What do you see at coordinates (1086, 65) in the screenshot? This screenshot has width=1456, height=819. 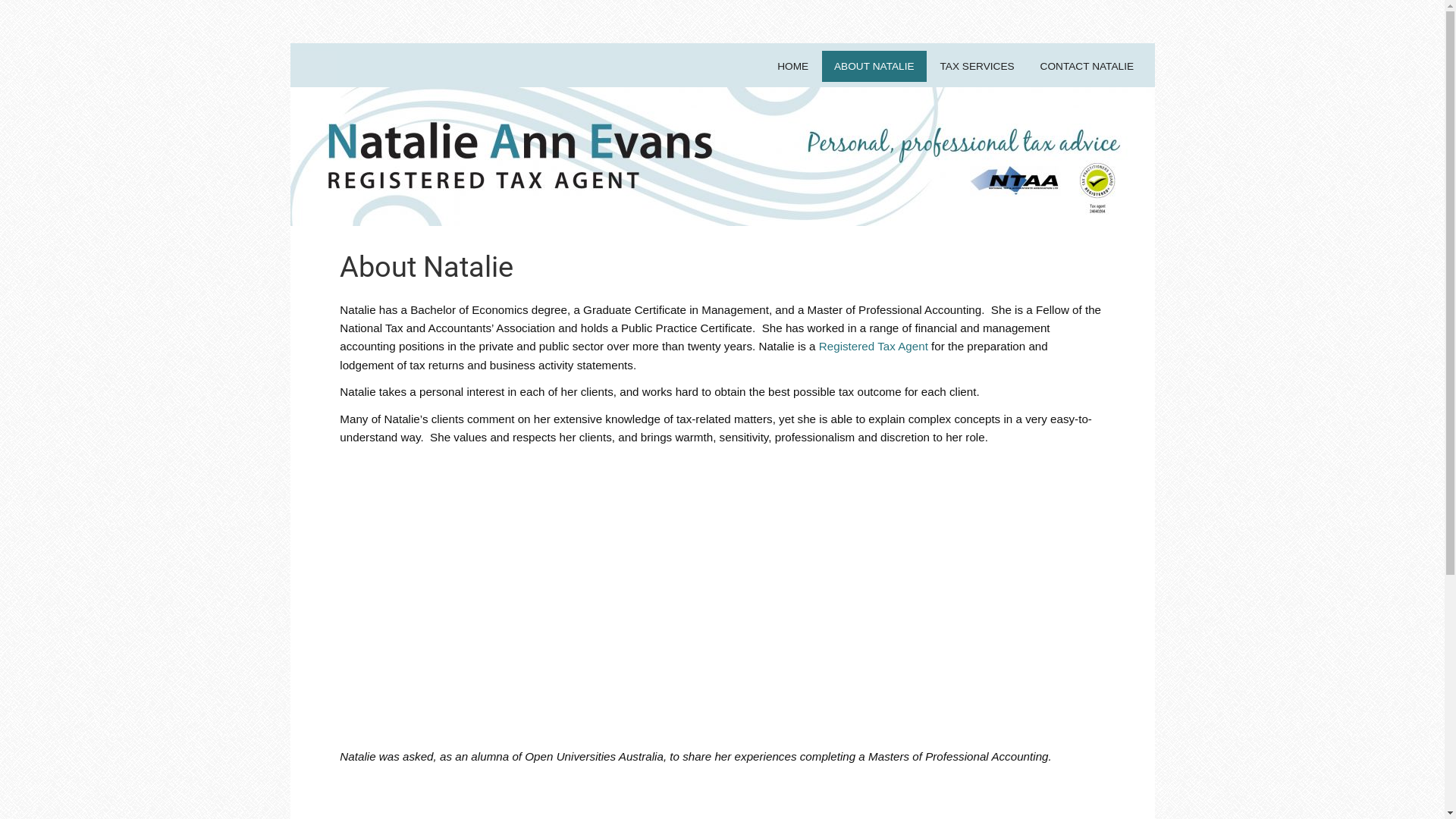 I see `'CONTACT NATALIE'` at bounding box center [1086, 65].